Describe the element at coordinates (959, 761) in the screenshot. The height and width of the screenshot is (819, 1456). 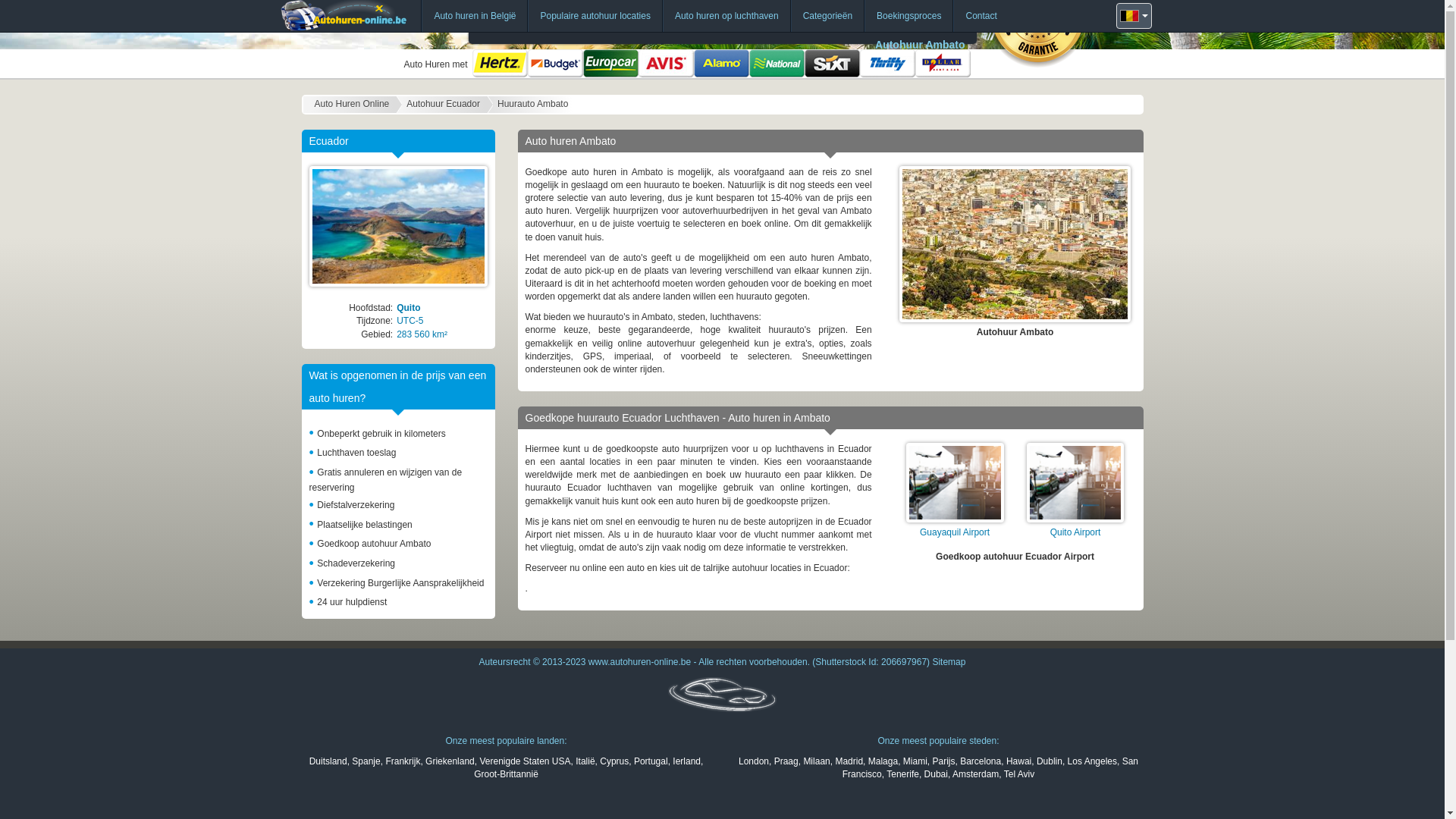
I see `'Barcelona'` at that location.